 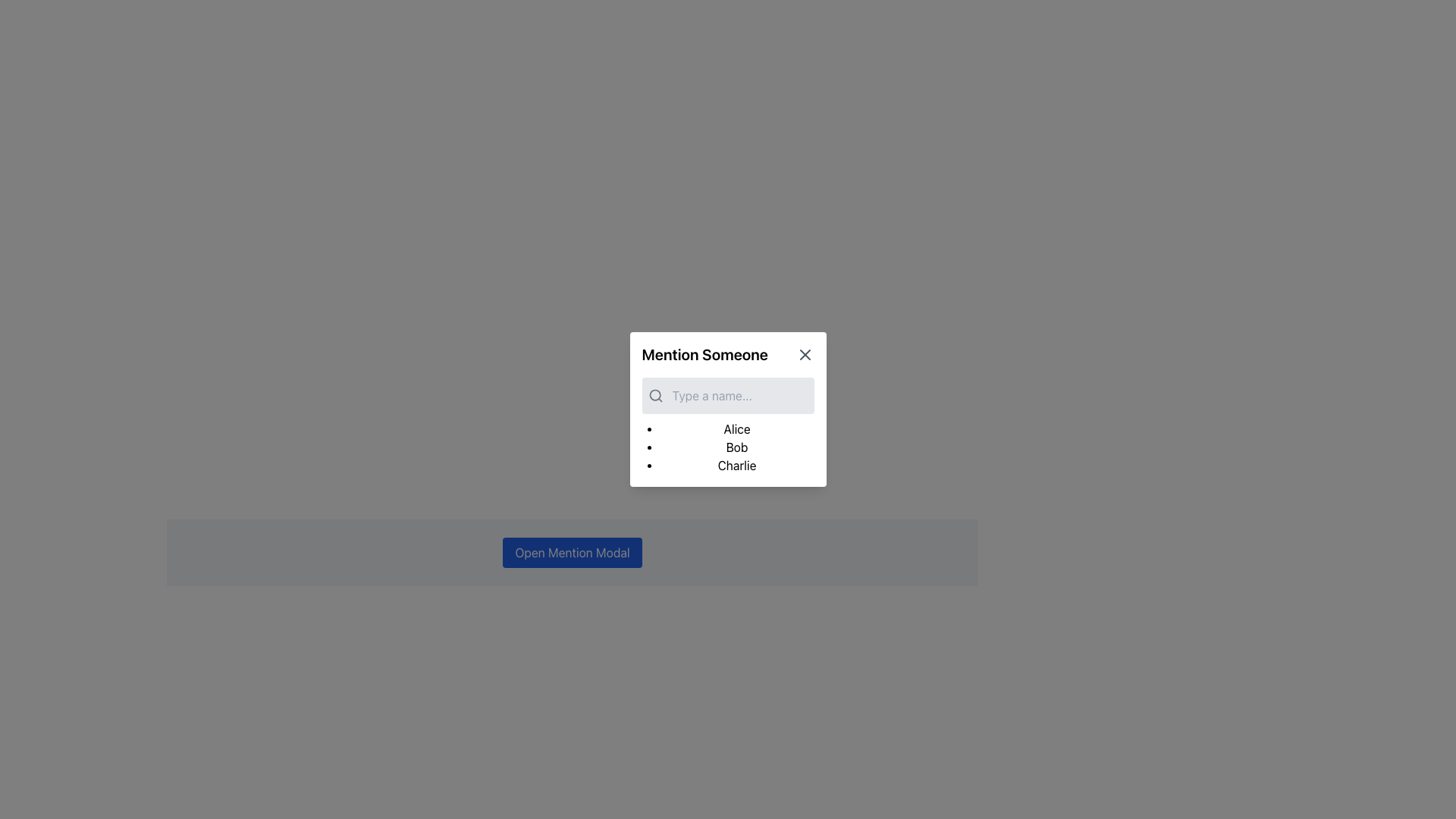 What do you see at coordinates (736, 447) in the screenshot?
I see `the text label displaying 'Bob'` at bounding box center [736, 447].